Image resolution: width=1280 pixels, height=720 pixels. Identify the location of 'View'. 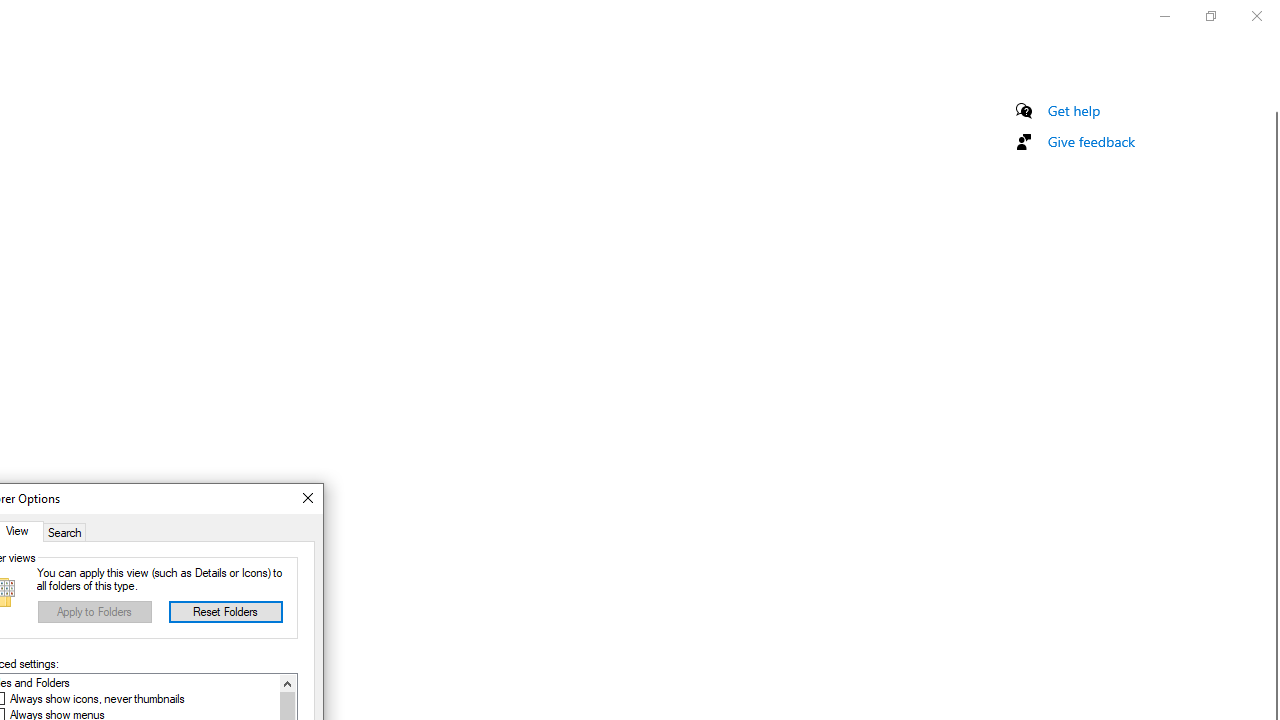
(21, 530).